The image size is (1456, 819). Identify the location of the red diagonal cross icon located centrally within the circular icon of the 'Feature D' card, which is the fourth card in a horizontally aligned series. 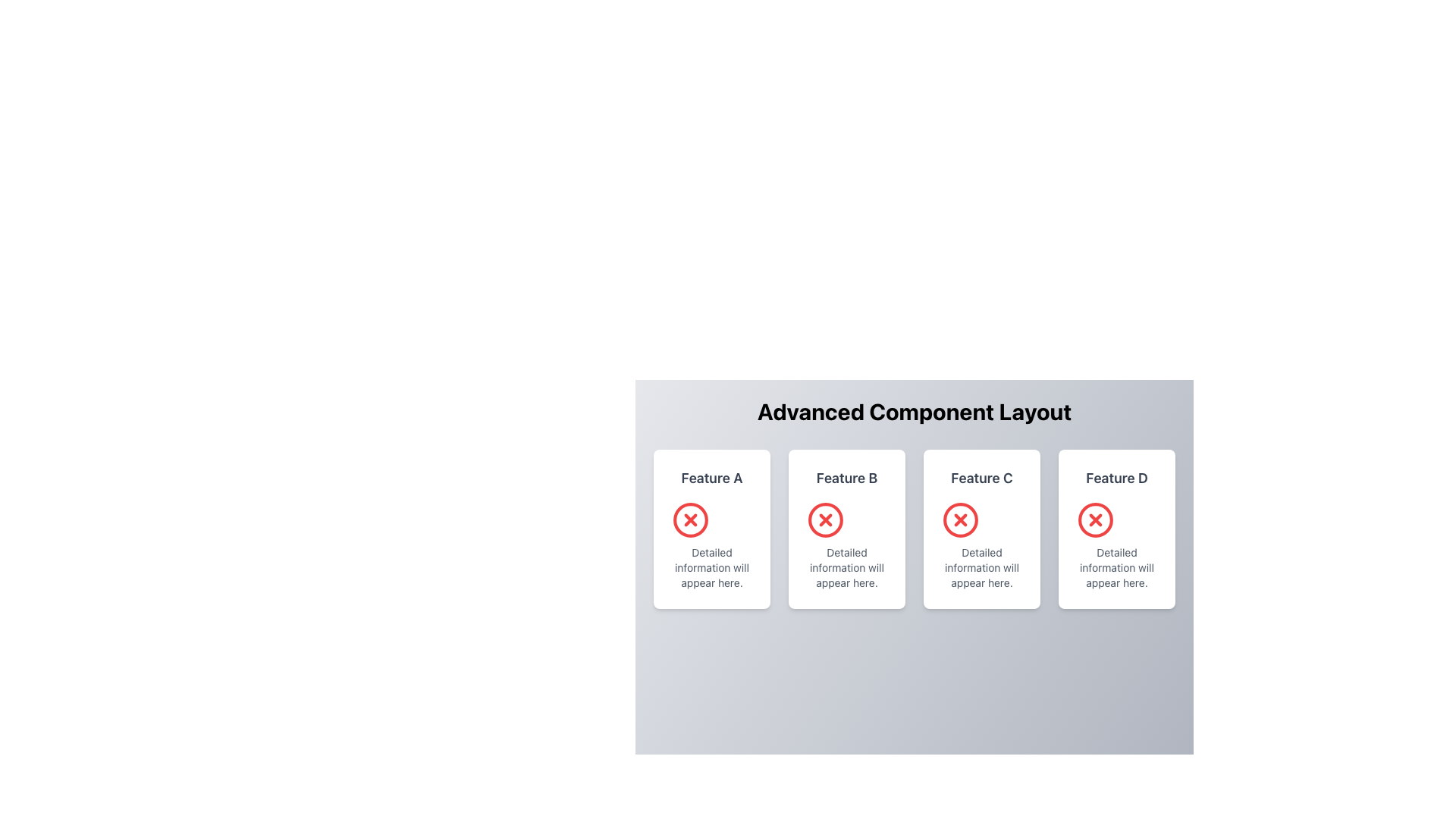
(1095, 519).